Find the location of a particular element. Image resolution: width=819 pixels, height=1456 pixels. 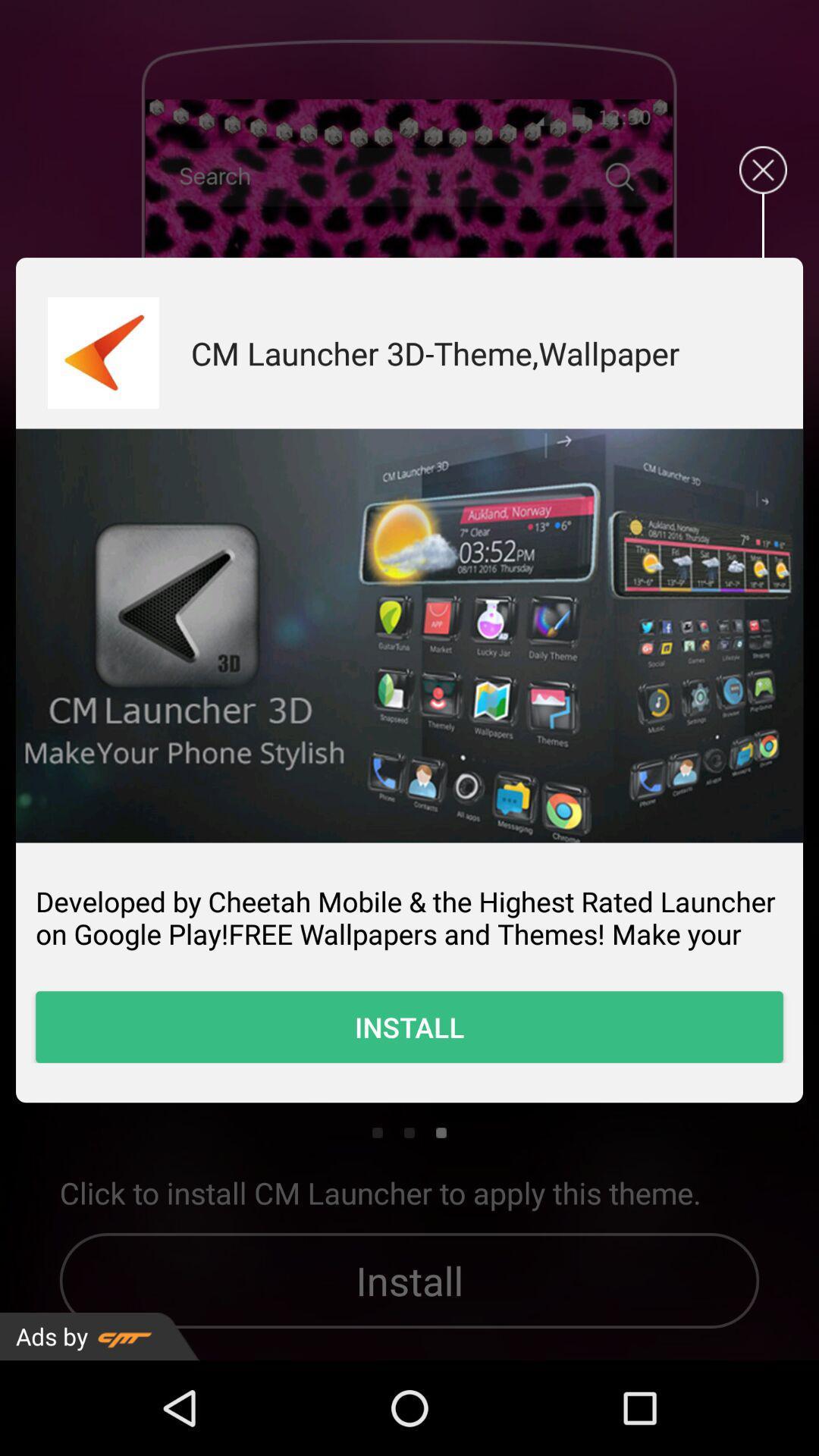

tab to open image is located at coordinates (409, 635).